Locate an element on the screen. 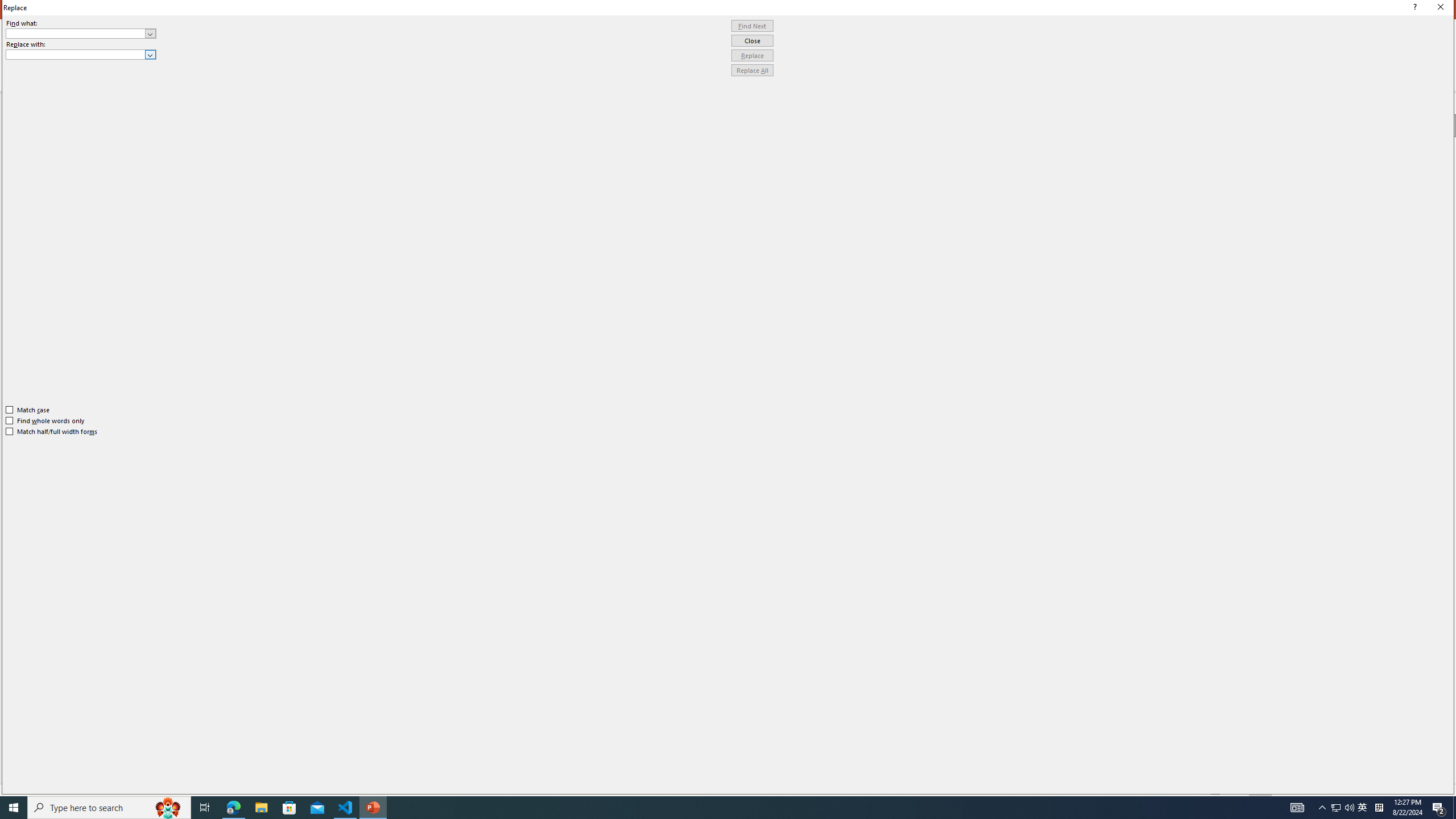 The image size is (1456, 819). 'Find whole words only' is located at coordinates (45, 420).